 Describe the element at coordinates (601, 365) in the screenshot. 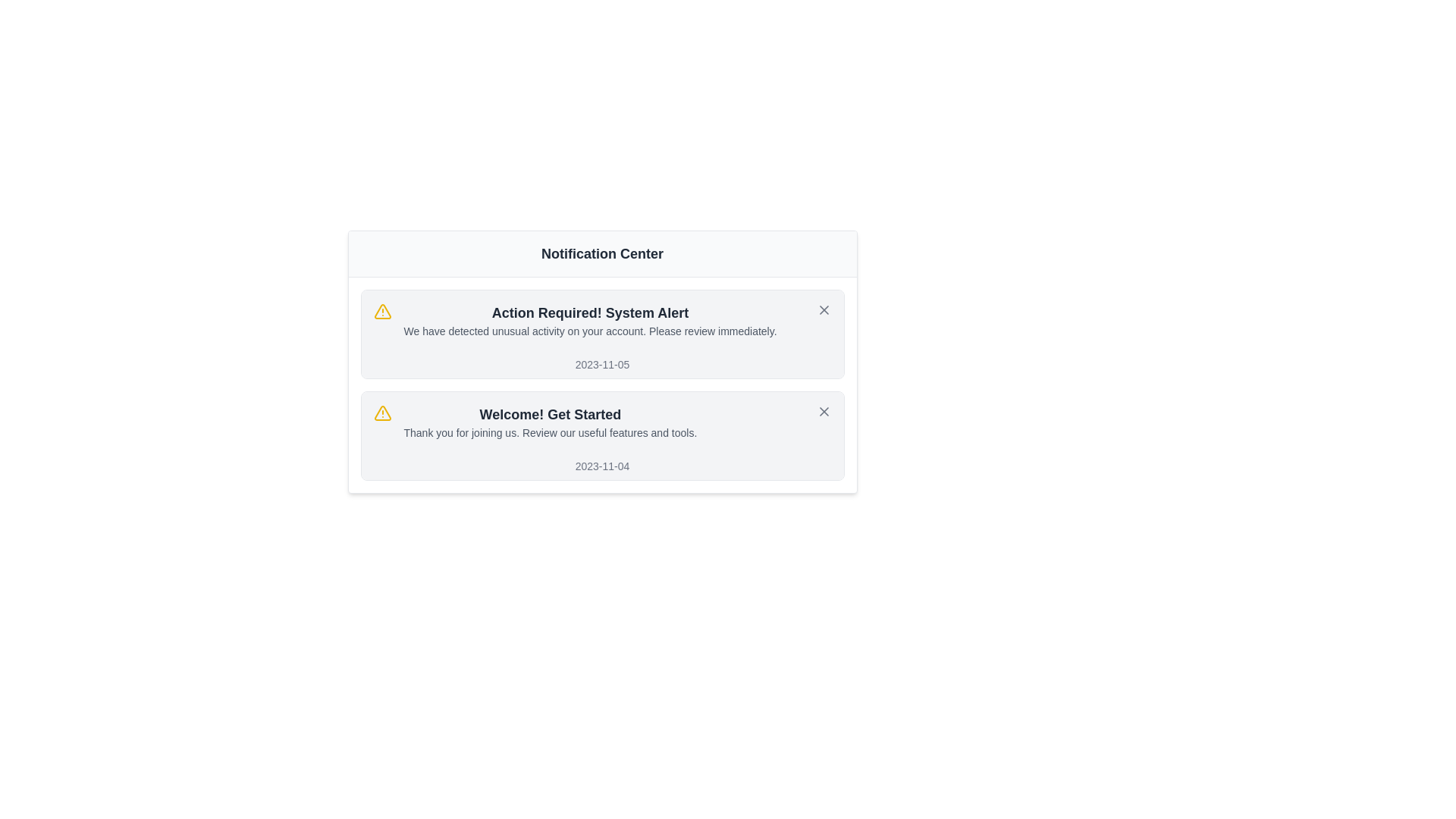

I see `the Text Display element that shows the date '2023-11-05', which is a gray box with rounded edges located beneath the message 'Action Required! System Alert' in the Notification Center panel` at that location.